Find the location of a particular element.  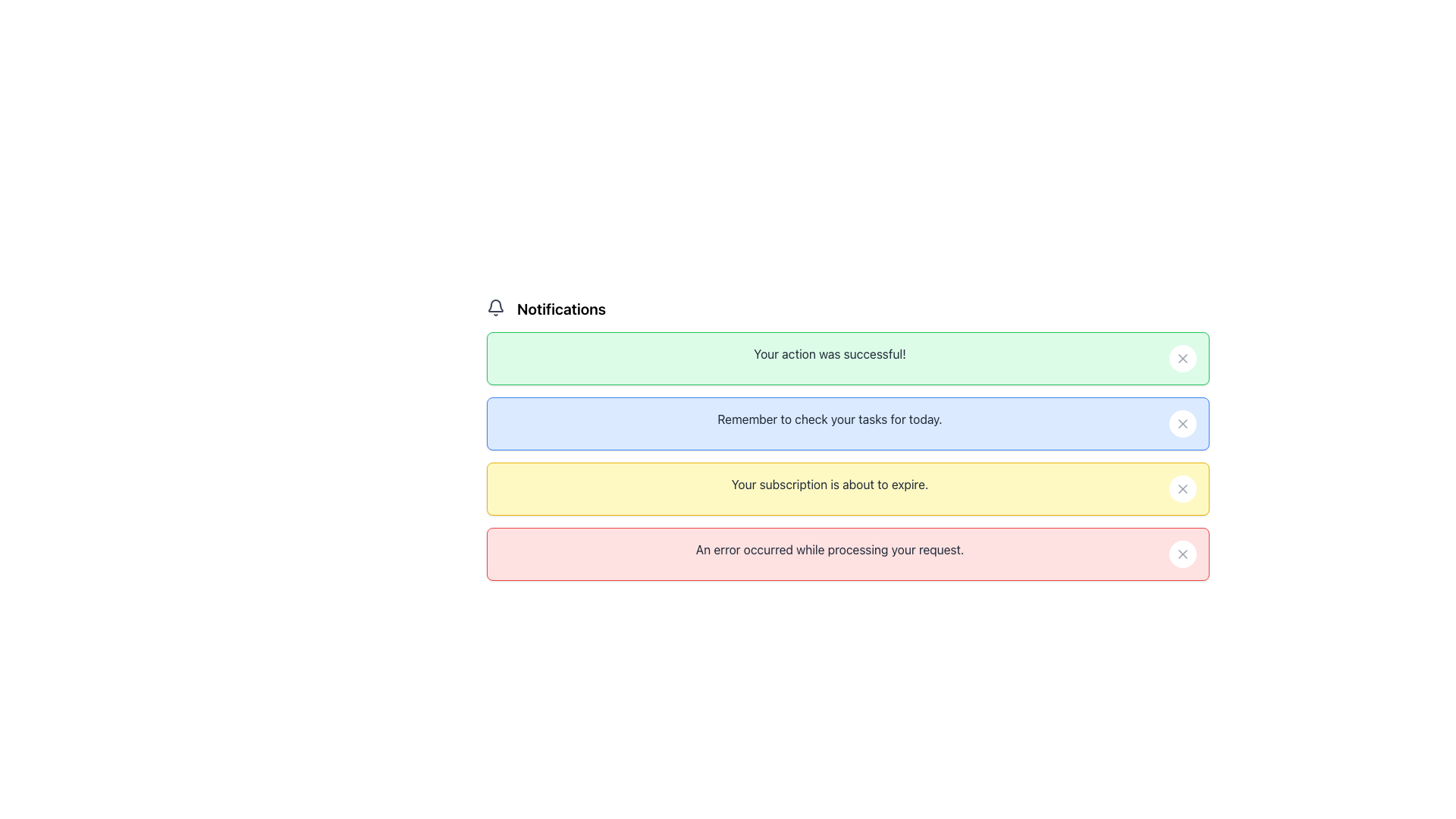

the top right to bottom left diagonal line of the close icon within the green notification box labeled 'Your action was successful!' is located at coordinates (1182, 359).